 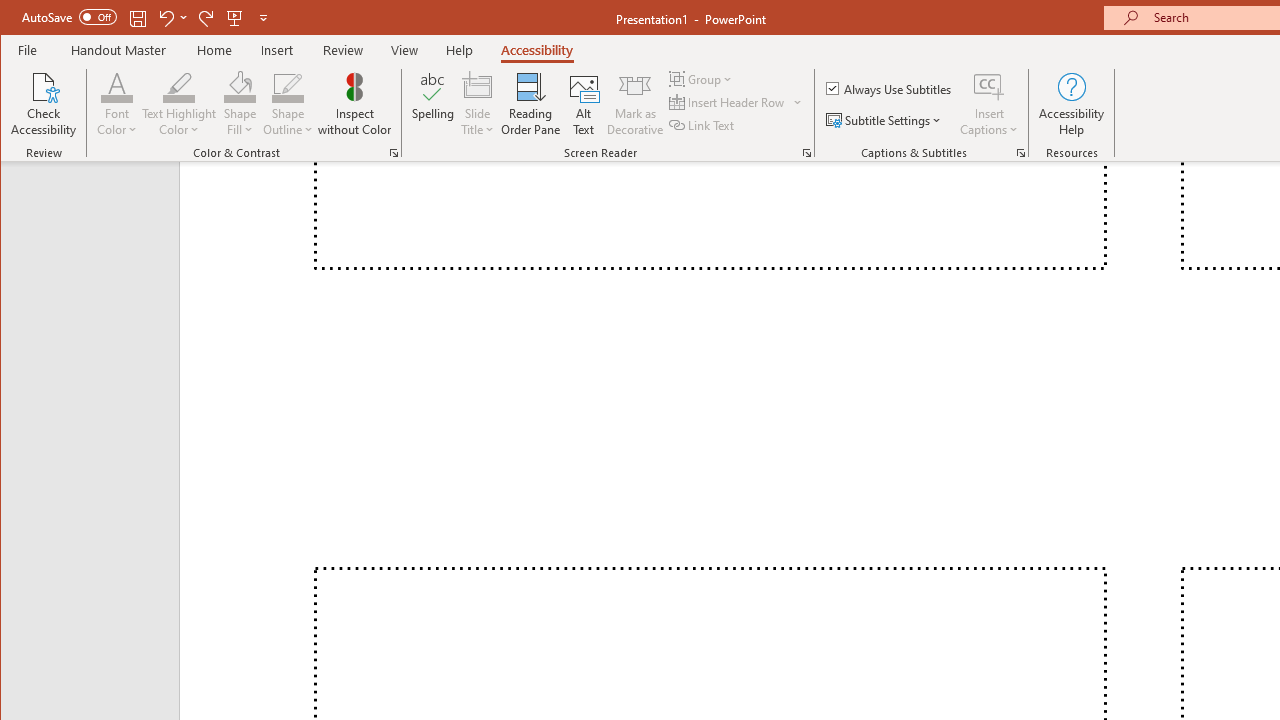 What do you see at coordinates (531, 104) in the screenshot?
I see `'Reading Order Pane'` at bounding box center [531, 104].